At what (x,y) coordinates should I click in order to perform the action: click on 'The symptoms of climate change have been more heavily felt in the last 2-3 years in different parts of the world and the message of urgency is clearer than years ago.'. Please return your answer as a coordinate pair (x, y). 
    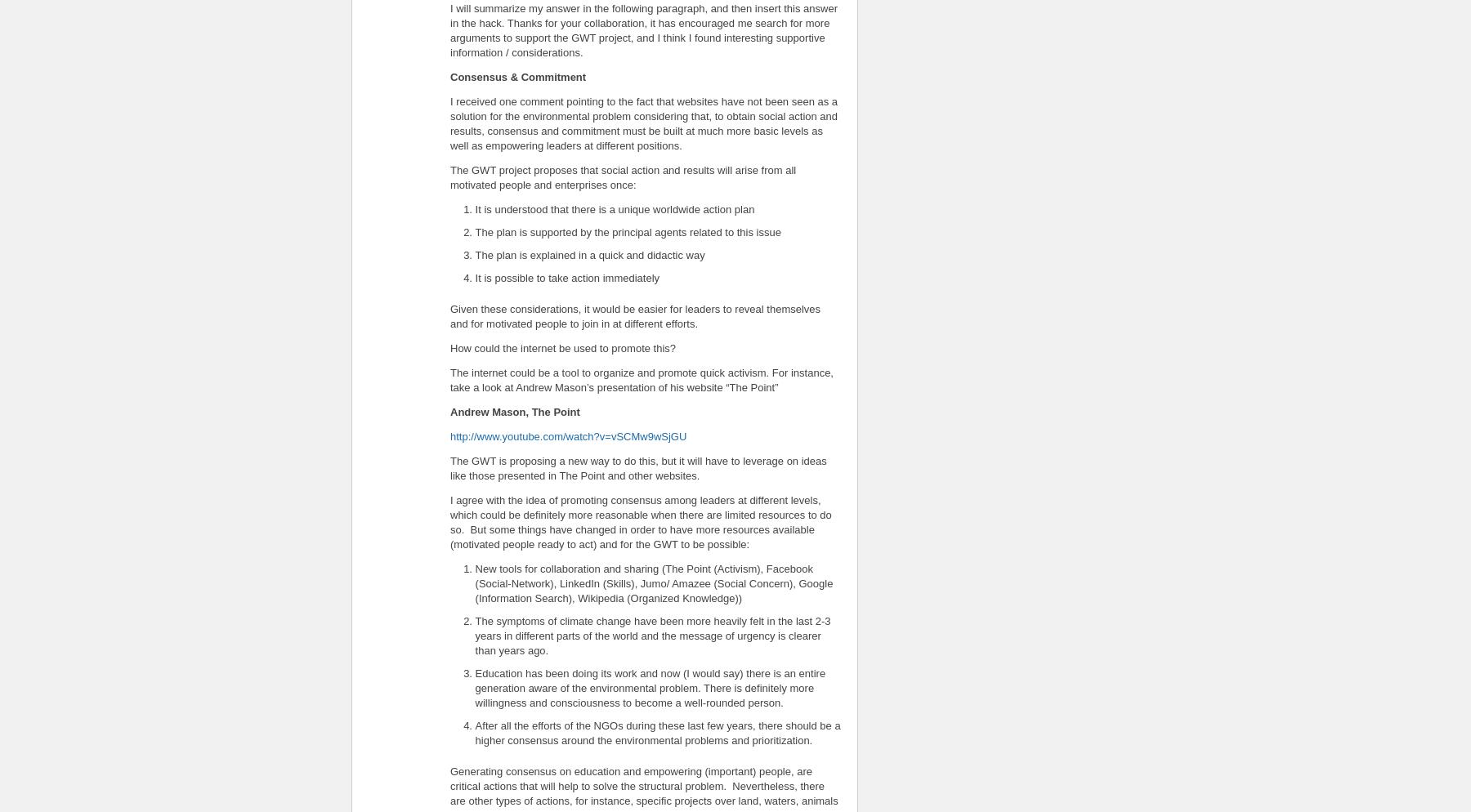
    Looking at the image, I should click on (652, 634).